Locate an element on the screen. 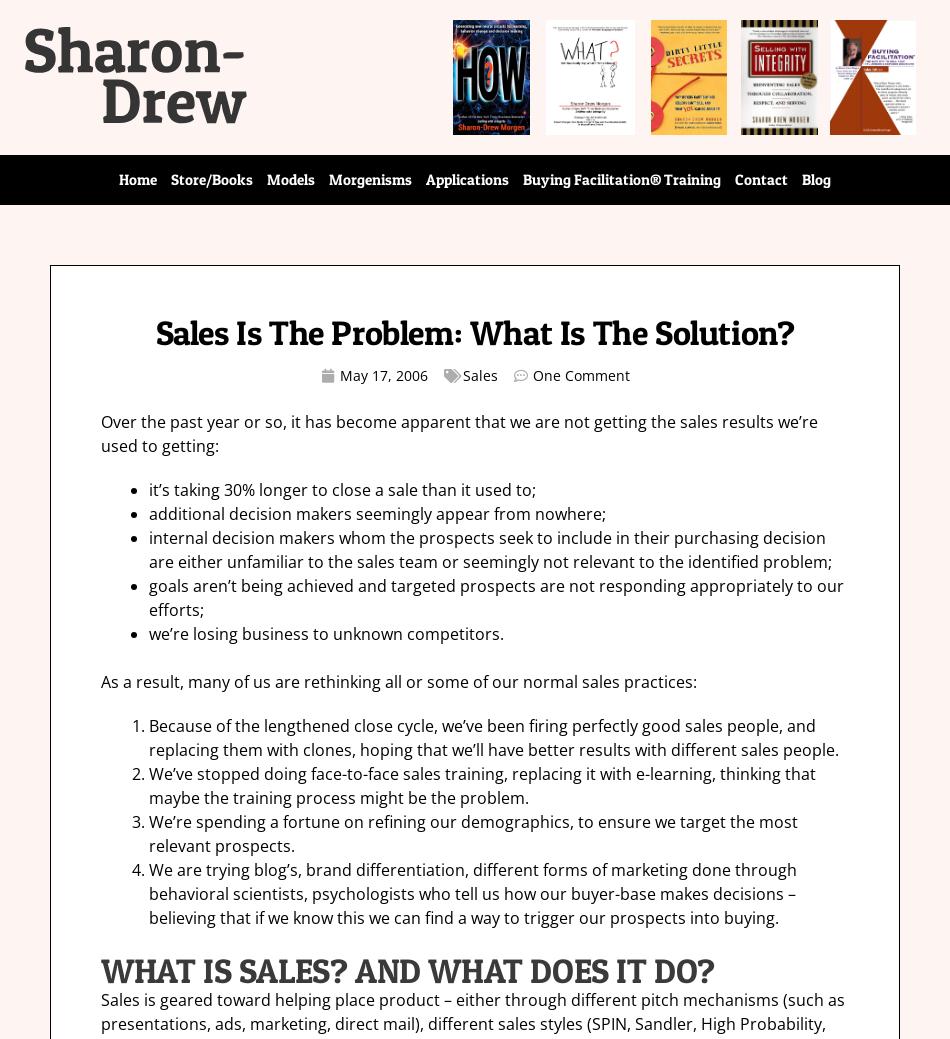 The width and height of the screenshot is (950, 1039). 'We’re spending a fortune on refining our demographics, to ensure we target the most relevant prospects.' is located at coordinates (472, 833).